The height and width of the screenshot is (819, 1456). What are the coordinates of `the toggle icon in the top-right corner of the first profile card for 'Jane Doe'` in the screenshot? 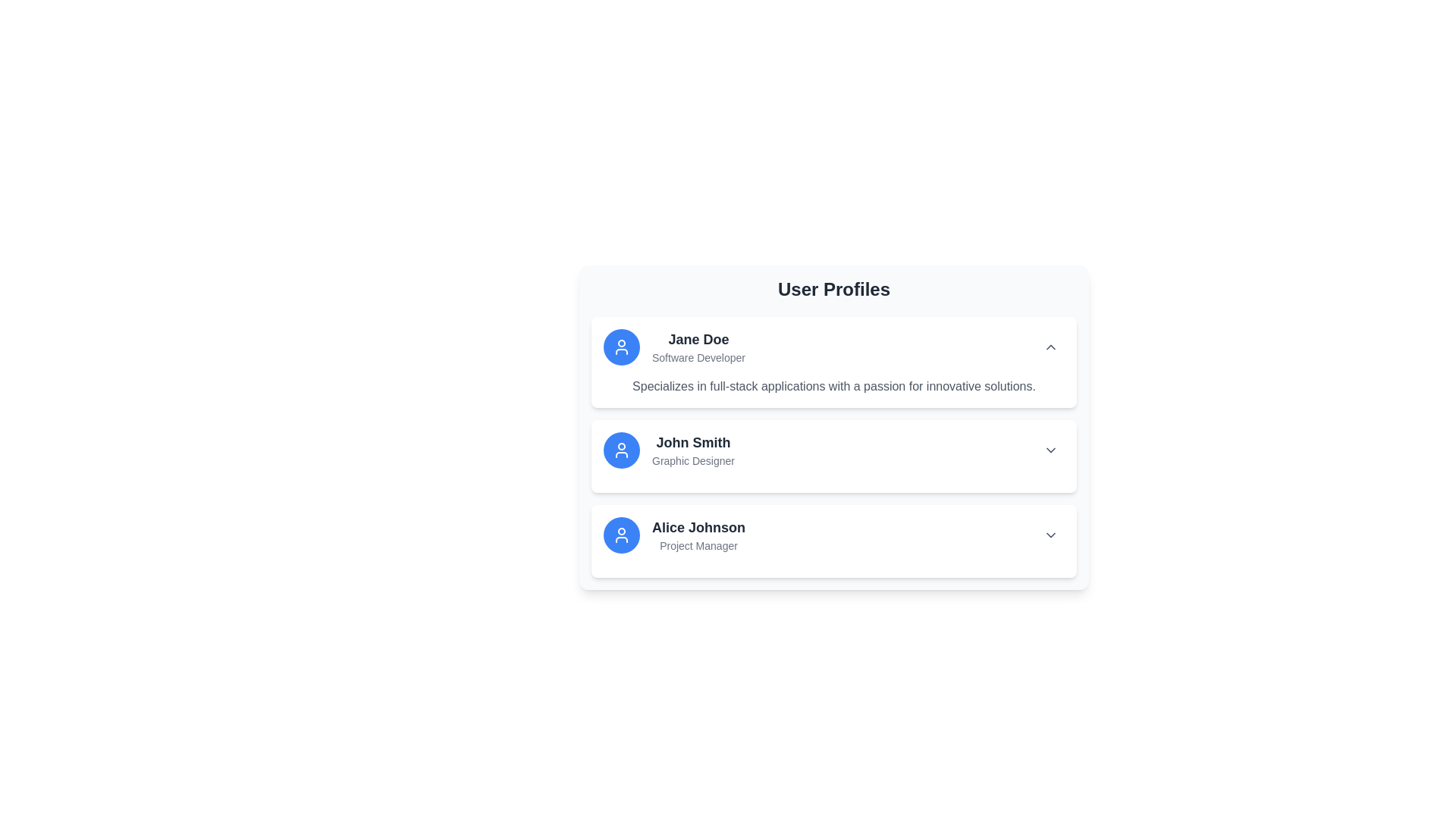 It's located at (1050, 347).